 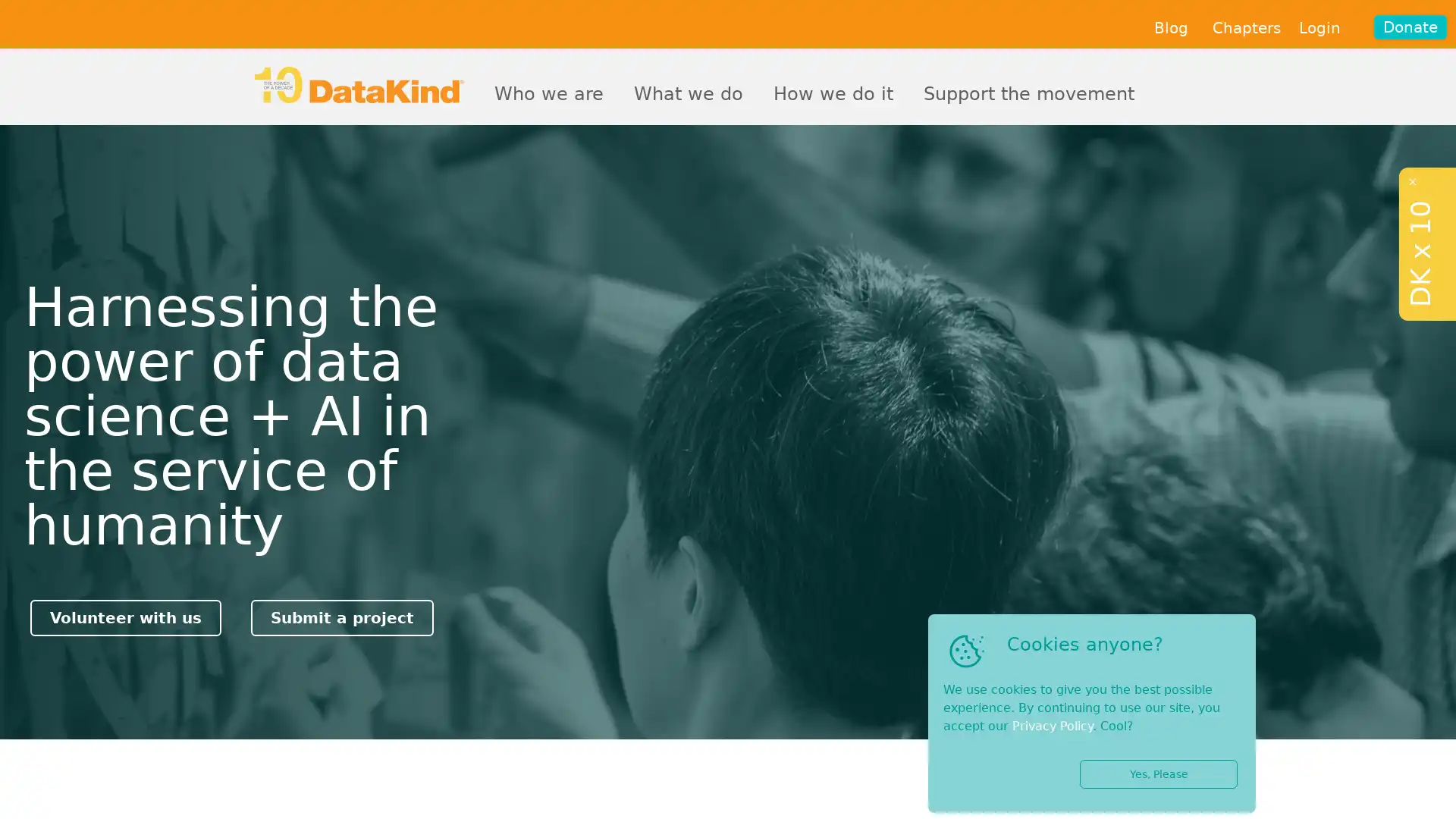 What do you see at coordinates (1246, 28) in the screenshot?
I see `Chapters` at bounding box center [1246, 28].